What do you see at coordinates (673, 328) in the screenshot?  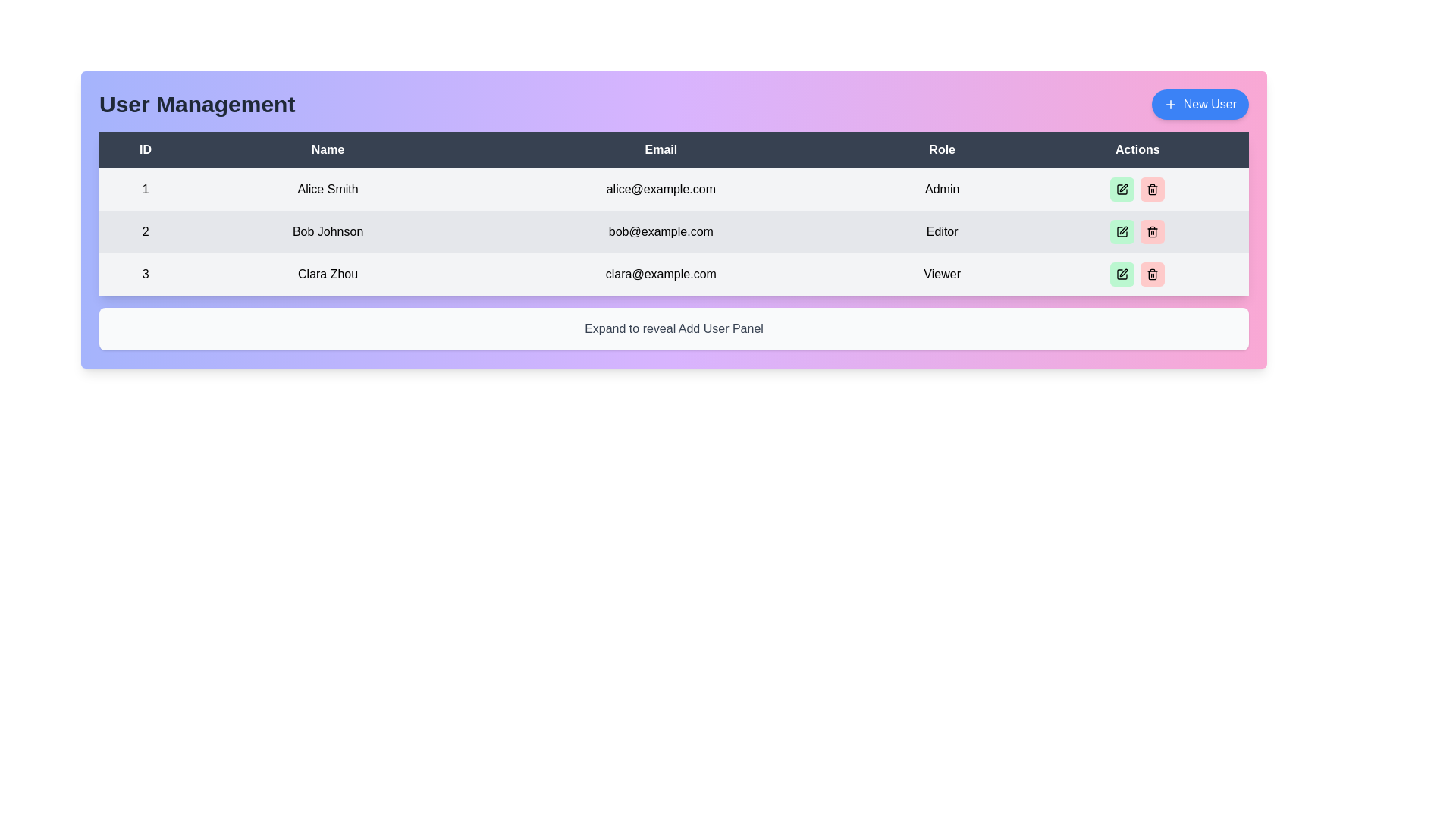 I see `the static text label that displays 'Expand` at bounding box center [673, 328].